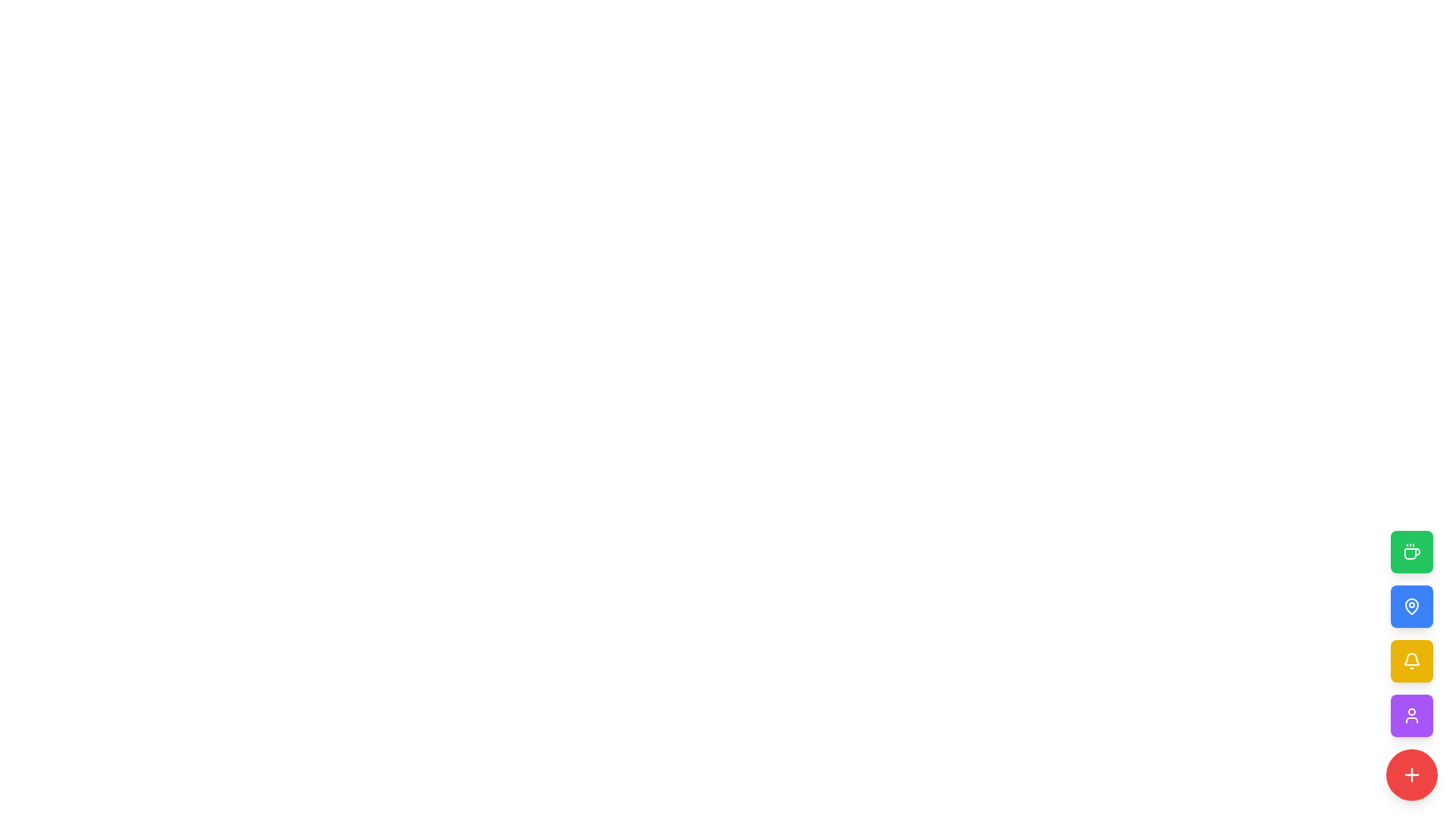 This screenshot has height=819, width=1456. Describe the element at coordinates (1411, 775) in the screenshot. I see `the plus icon button with a red circular background located at the bottom of the stack of buttons on the right side of the interface` at that location.